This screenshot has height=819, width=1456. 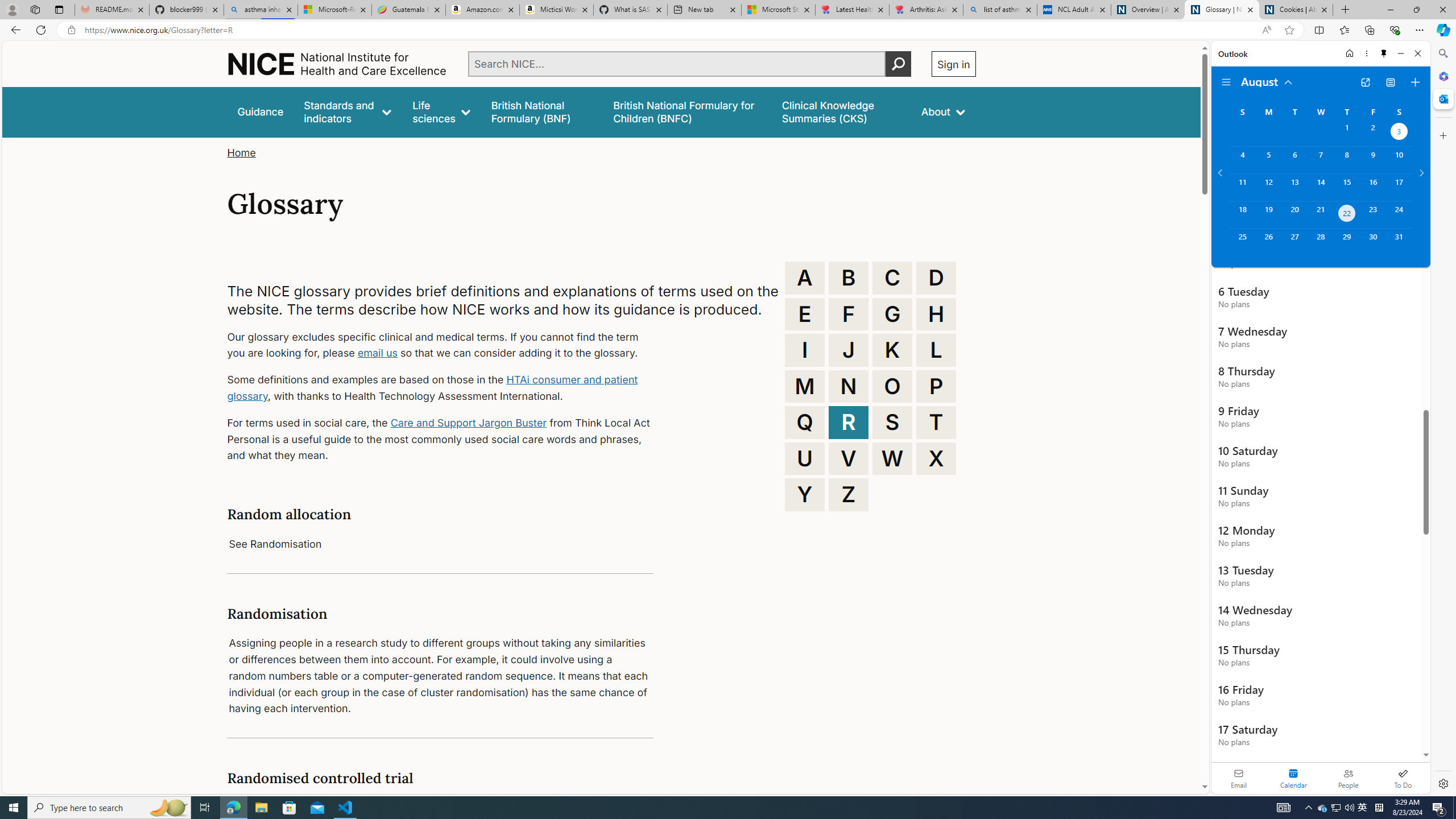 I want to click on 'Restore', so click(x=1416, y=9).